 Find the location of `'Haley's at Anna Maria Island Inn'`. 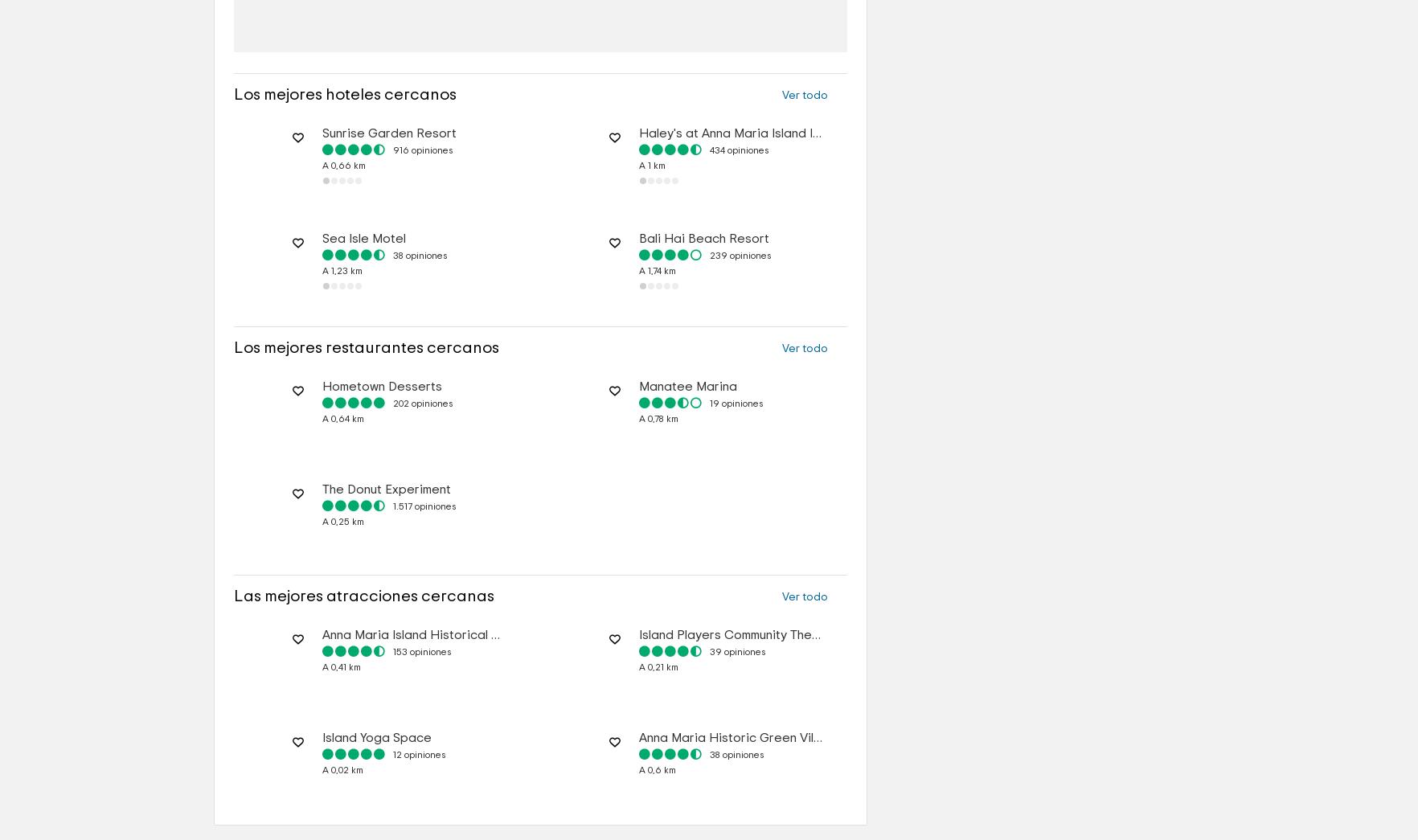

'Haley's at Anna Maria Island Inn' is located at coordinates (732, 182).